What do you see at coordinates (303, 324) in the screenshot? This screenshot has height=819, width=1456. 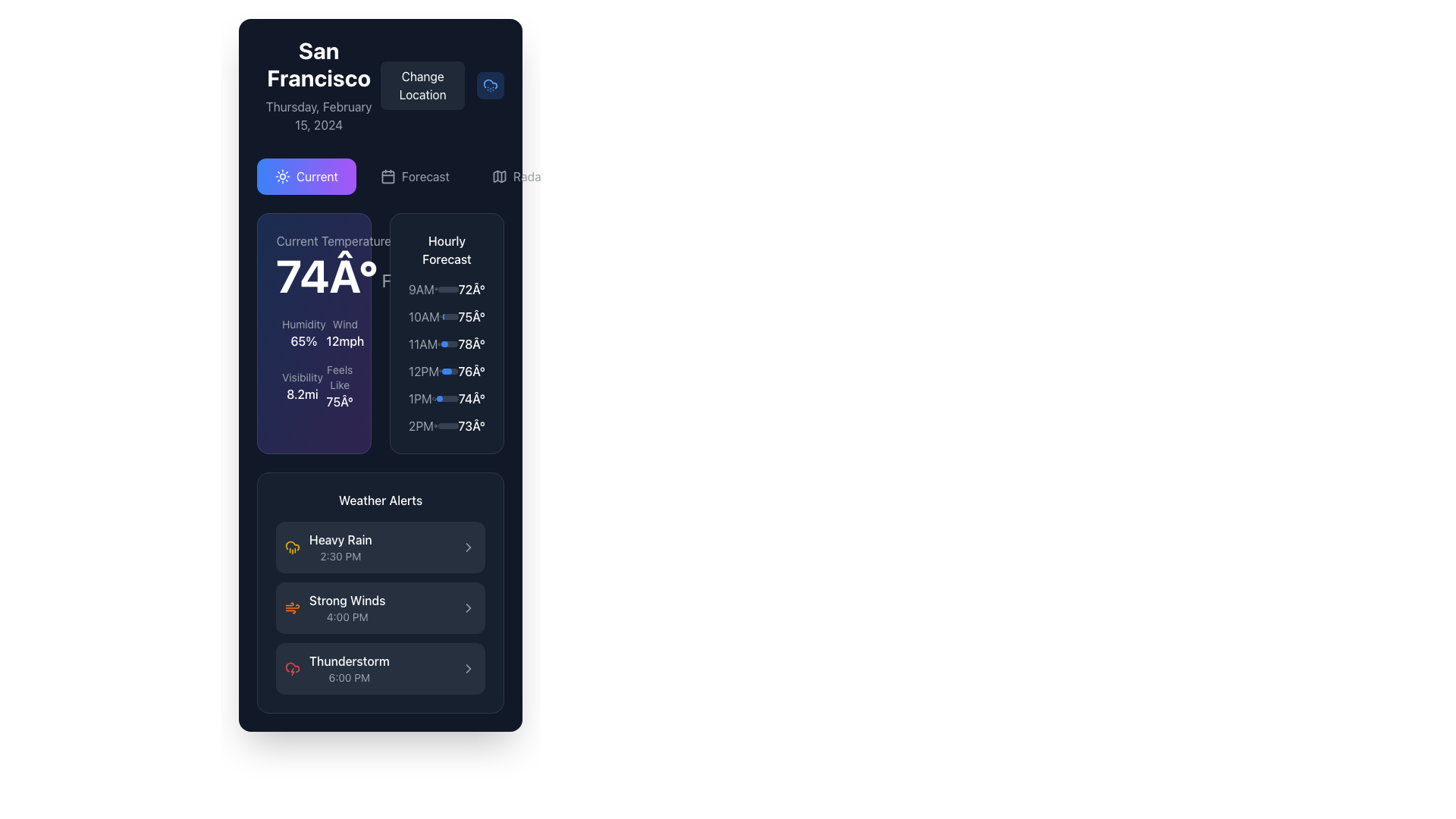 I see `the 'Humidity' label, which is a small grayish text label styled in sans-serif, located above the percentage value in the weather panel` at bounding box center [303, 324].